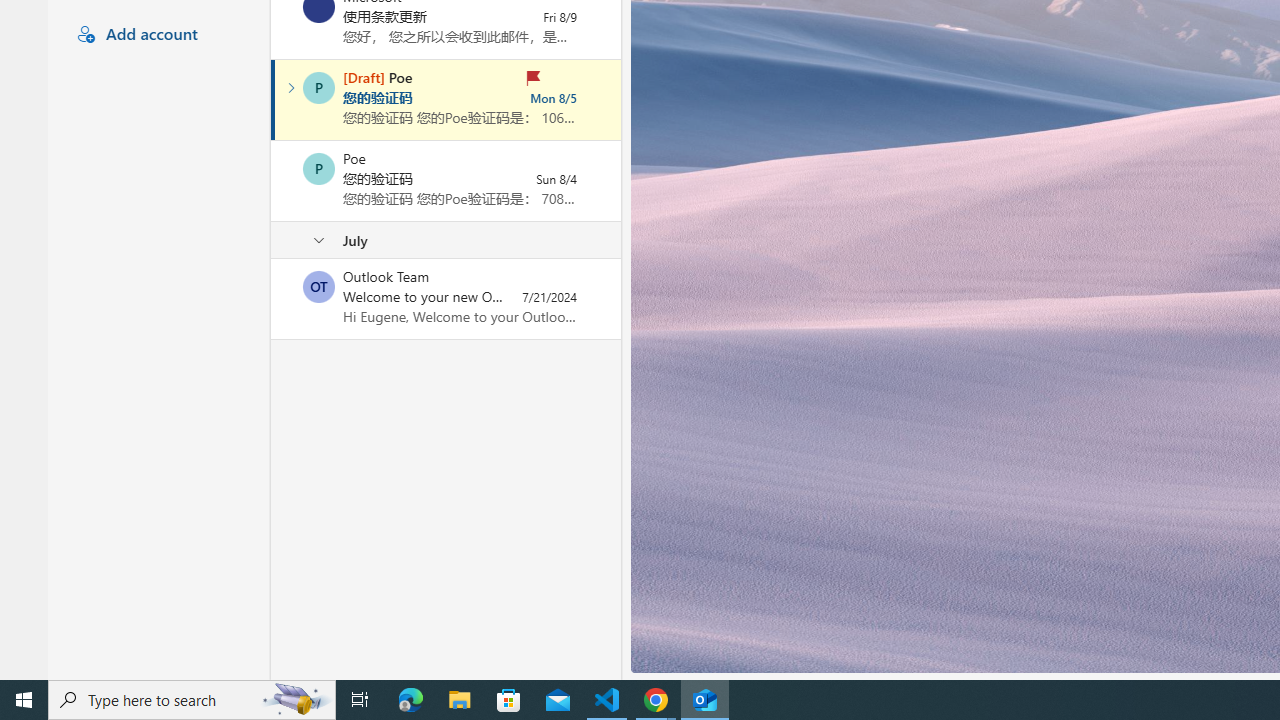  Describe the element at coordinates (290, 87) in the screenshot. I see `'Expand conversation'` at that location.